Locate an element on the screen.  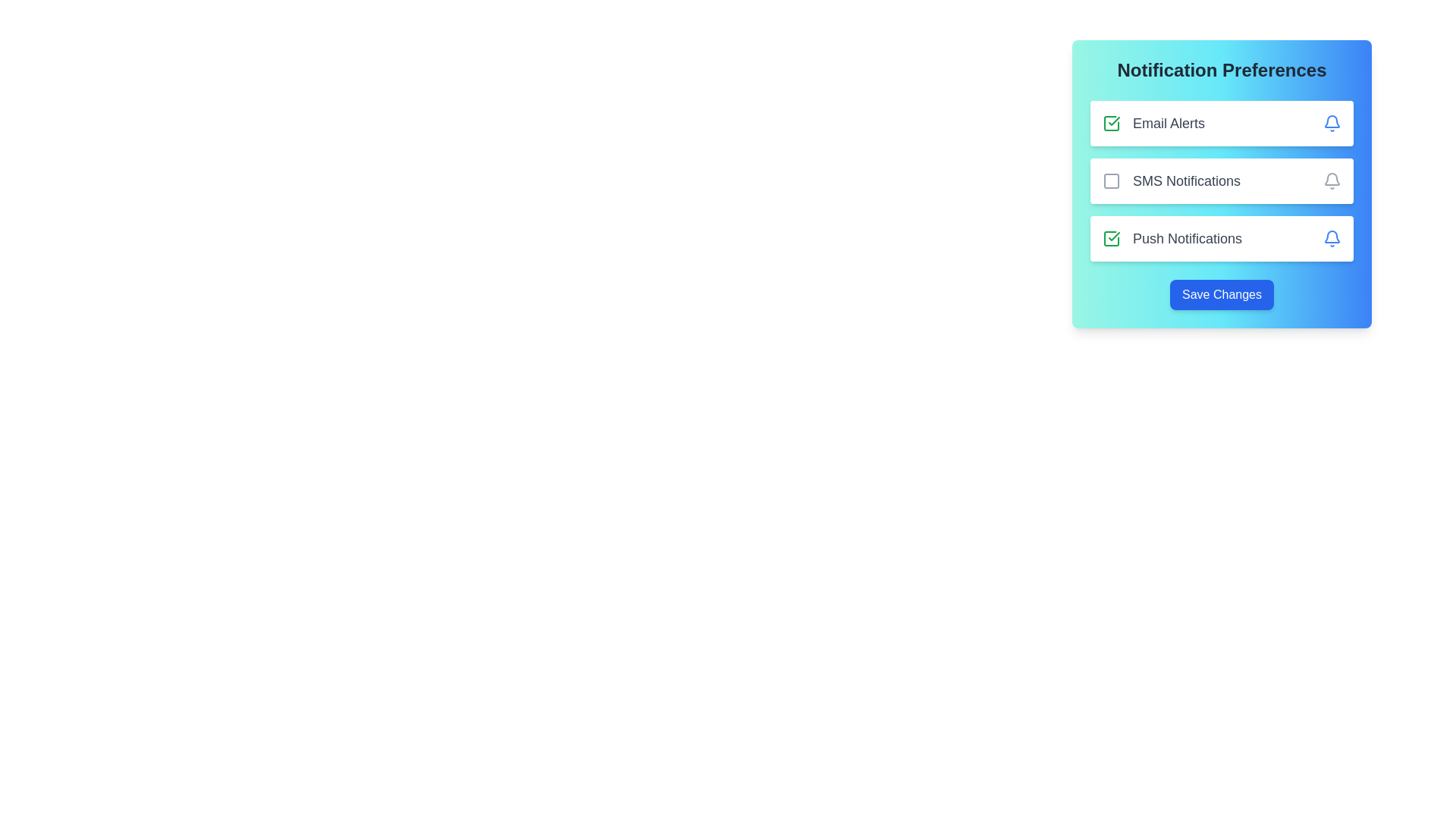
text label indicating 'Push Notifications' which is the third text label in the list of notification preferences, located beneath 'SMS Notifications' and adjacent to a checkbox and a bell icon is located at coordinates (1186, 239).